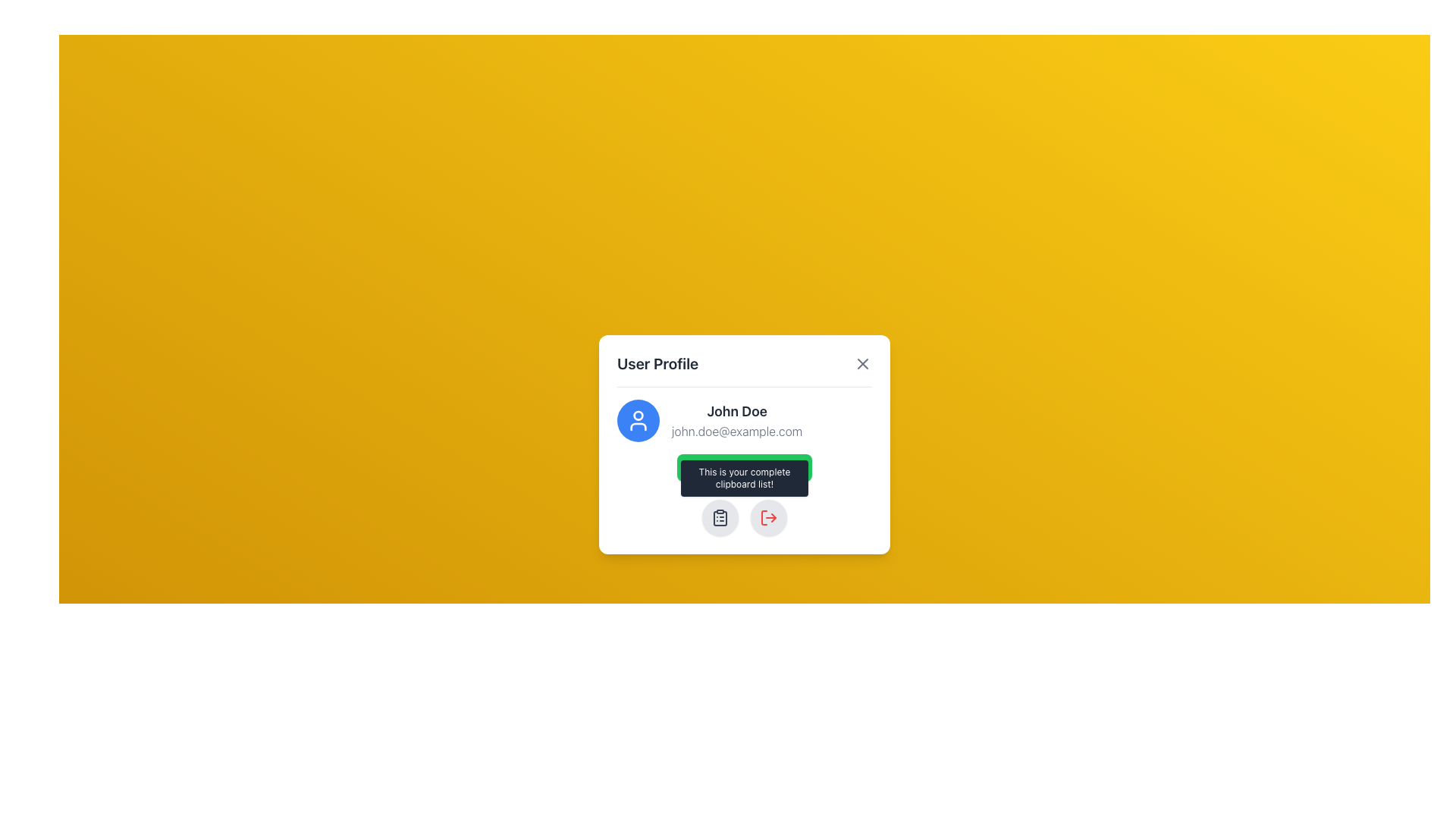 The image size is (1456, 819). What do you see at coordinates (720, 516) in the screenshot?
I see `the clipboard list button located at the bottom center of the profile card` at bounding box center [720, 516].